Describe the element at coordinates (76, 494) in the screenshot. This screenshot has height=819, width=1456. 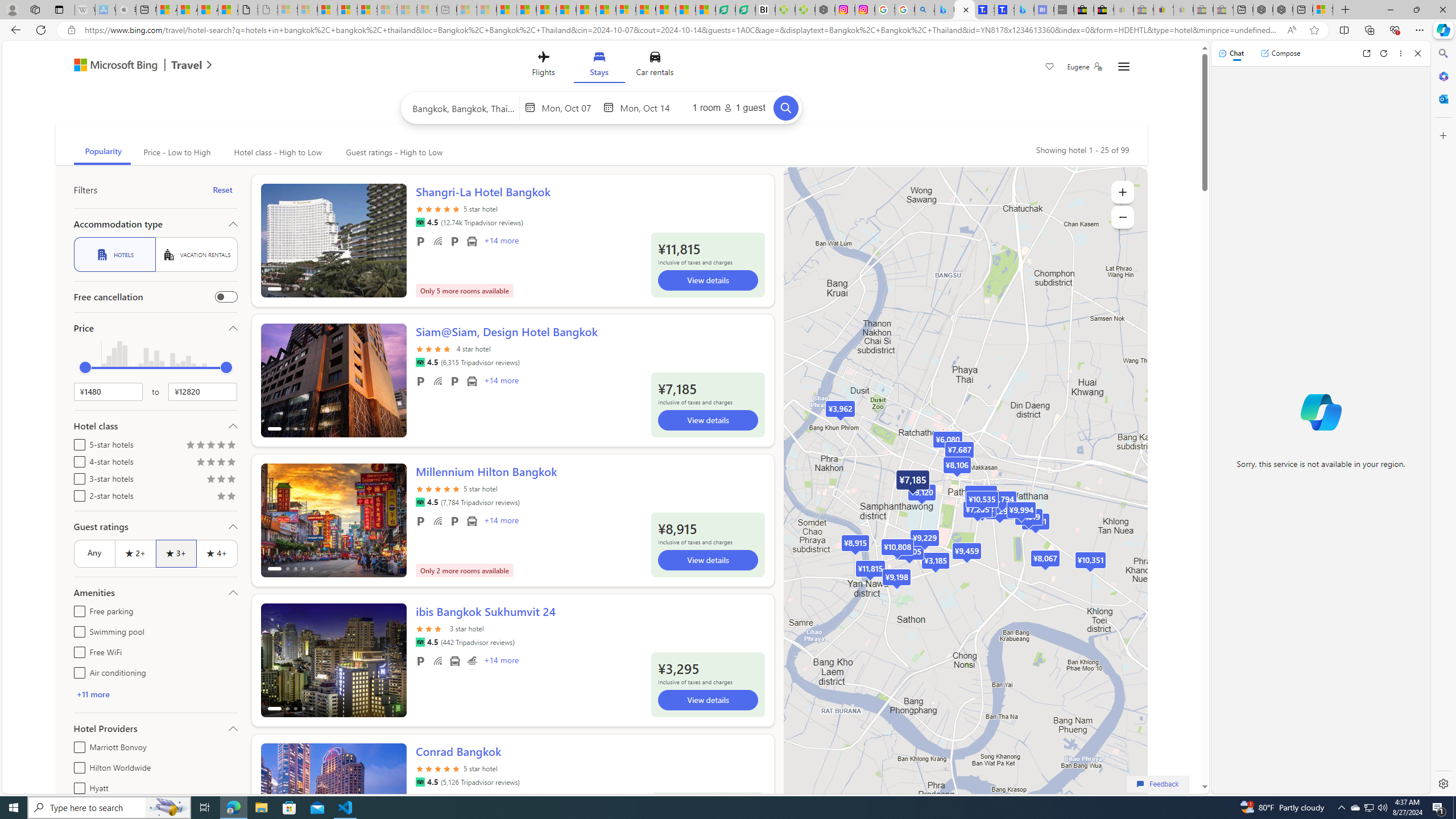
I see `'2-star hotels'` at that location.